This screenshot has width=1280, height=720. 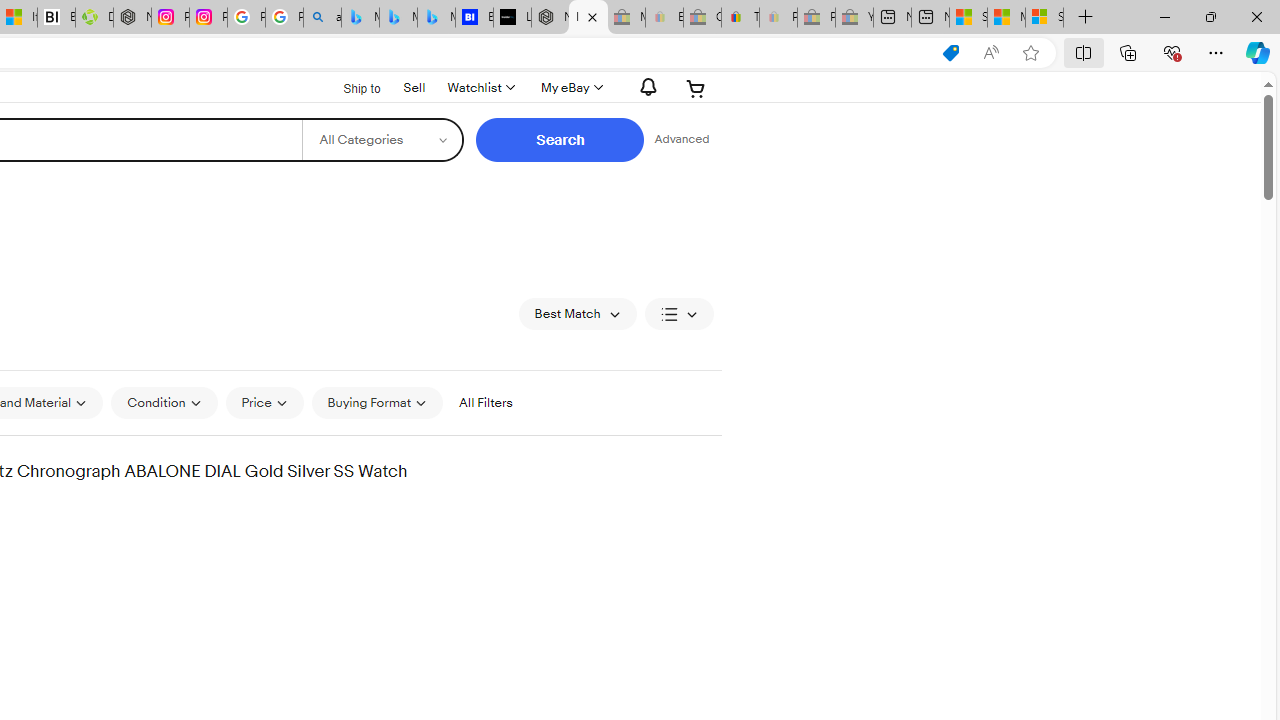 What do you see at coordinates (587, 17) in the screenshot?
I see `'Invicta products for sale | eBay'` at bounding box center [587, 17].